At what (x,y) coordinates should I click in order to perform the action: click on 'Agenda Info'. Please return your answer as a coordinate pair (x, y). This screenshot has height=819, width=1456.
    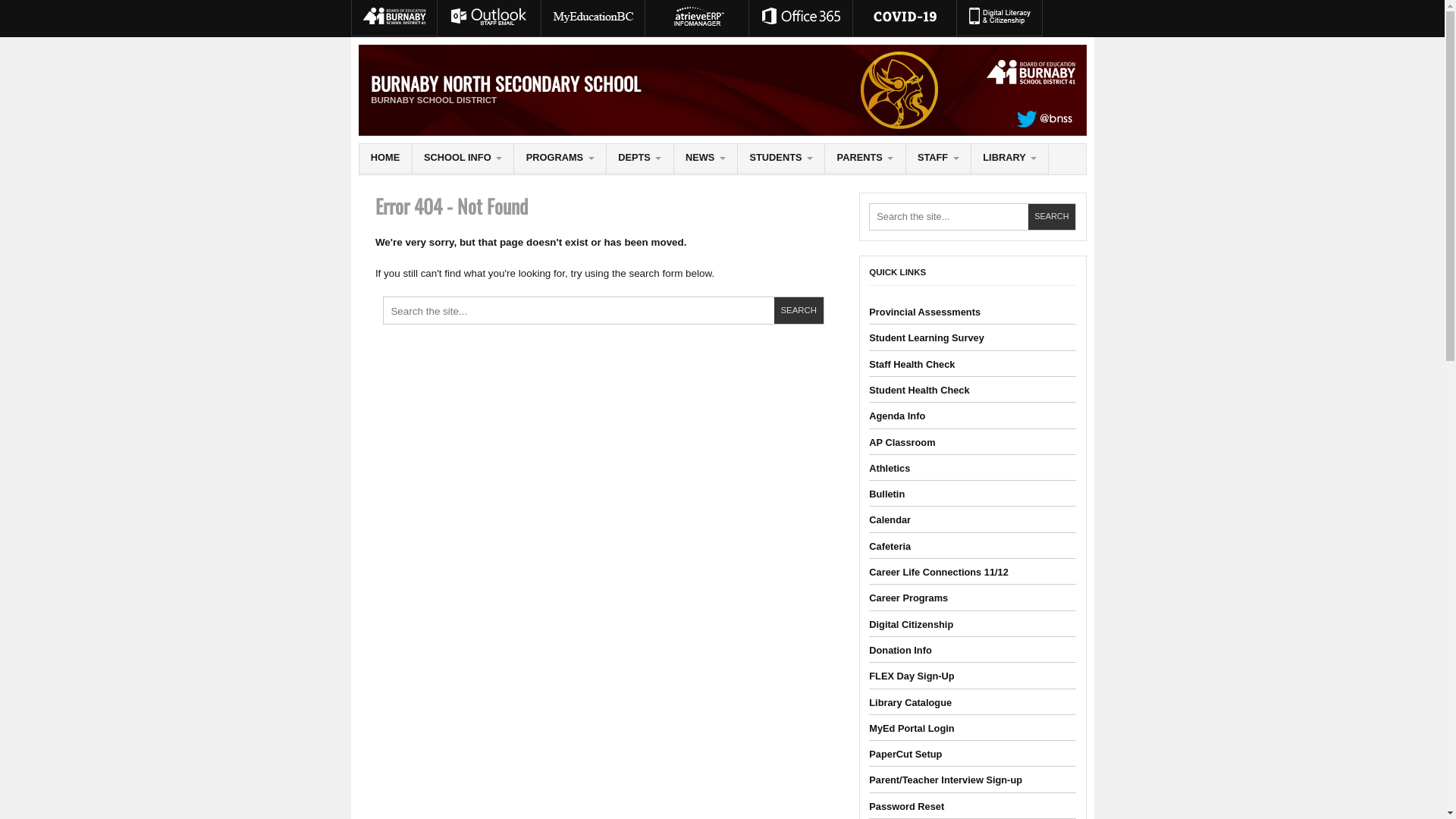
    Looking at the image, I should click on (896, 416).